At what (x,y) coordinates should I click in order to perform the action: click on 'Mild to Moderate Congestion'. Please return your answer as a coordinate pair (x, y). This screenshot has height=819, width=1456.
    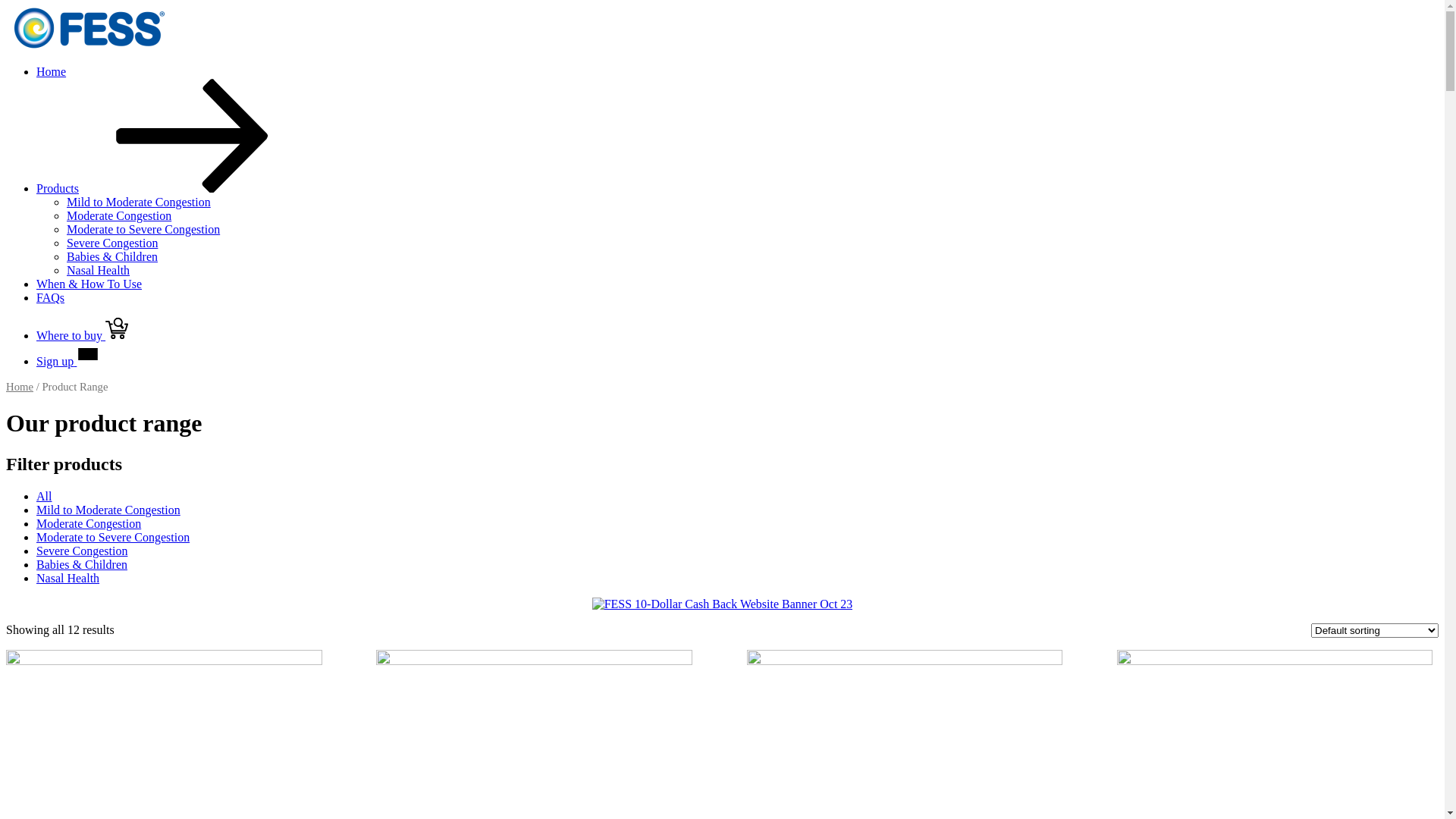
    Looking at the image, I should click on (108, 510).